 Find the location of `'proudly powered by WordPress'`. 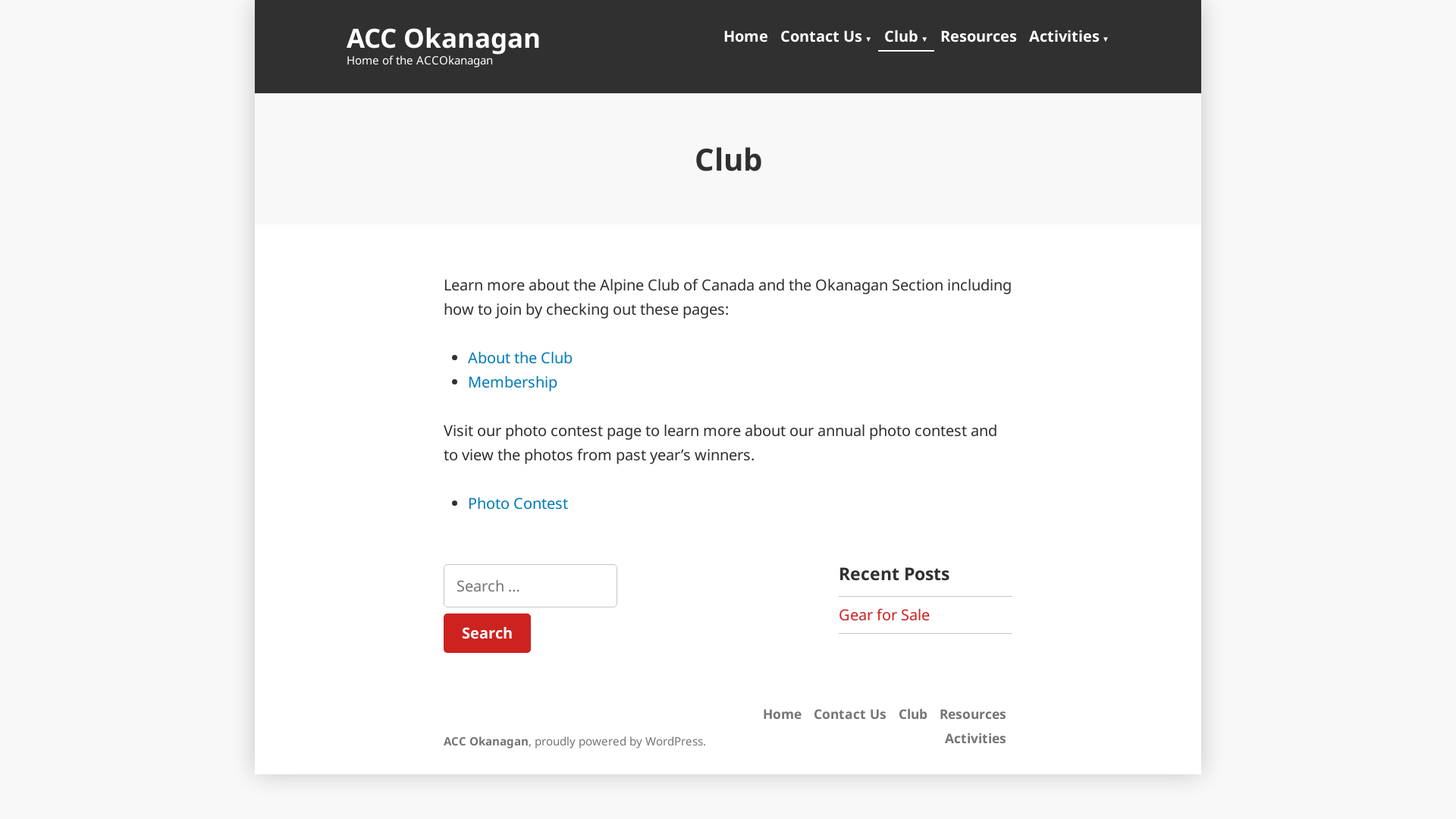

'proudly powered by WordPress' is located at coordinates (619, 739).